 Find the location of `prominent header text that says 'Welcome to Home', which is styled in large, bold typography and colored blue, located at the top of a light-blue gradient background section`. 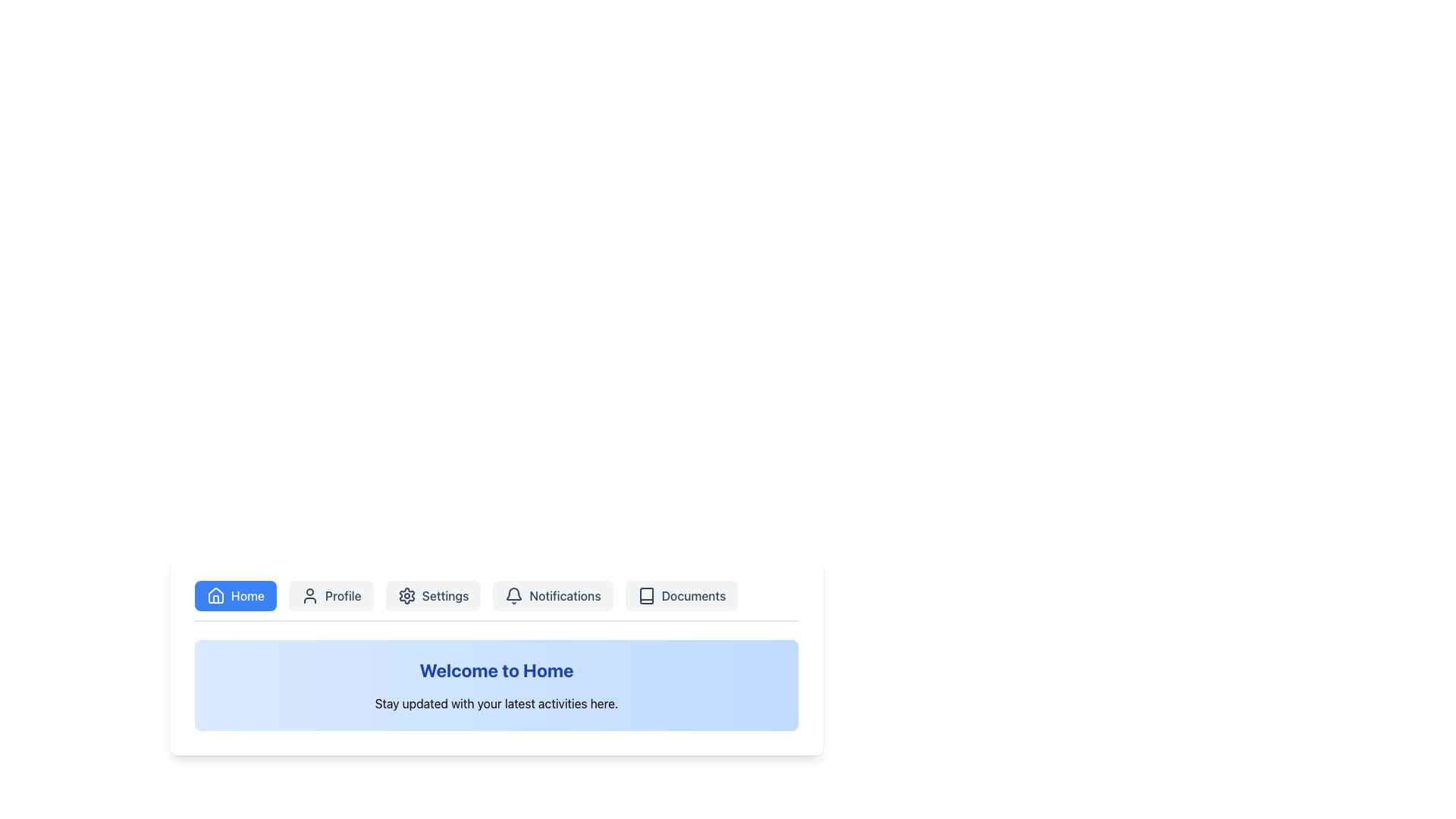

prominent header text that says 'Welcome to Home', which is styled in large, bold typography and colored blue, located at the top of a light-blue gradient background section is located at coordinates (496, 669).